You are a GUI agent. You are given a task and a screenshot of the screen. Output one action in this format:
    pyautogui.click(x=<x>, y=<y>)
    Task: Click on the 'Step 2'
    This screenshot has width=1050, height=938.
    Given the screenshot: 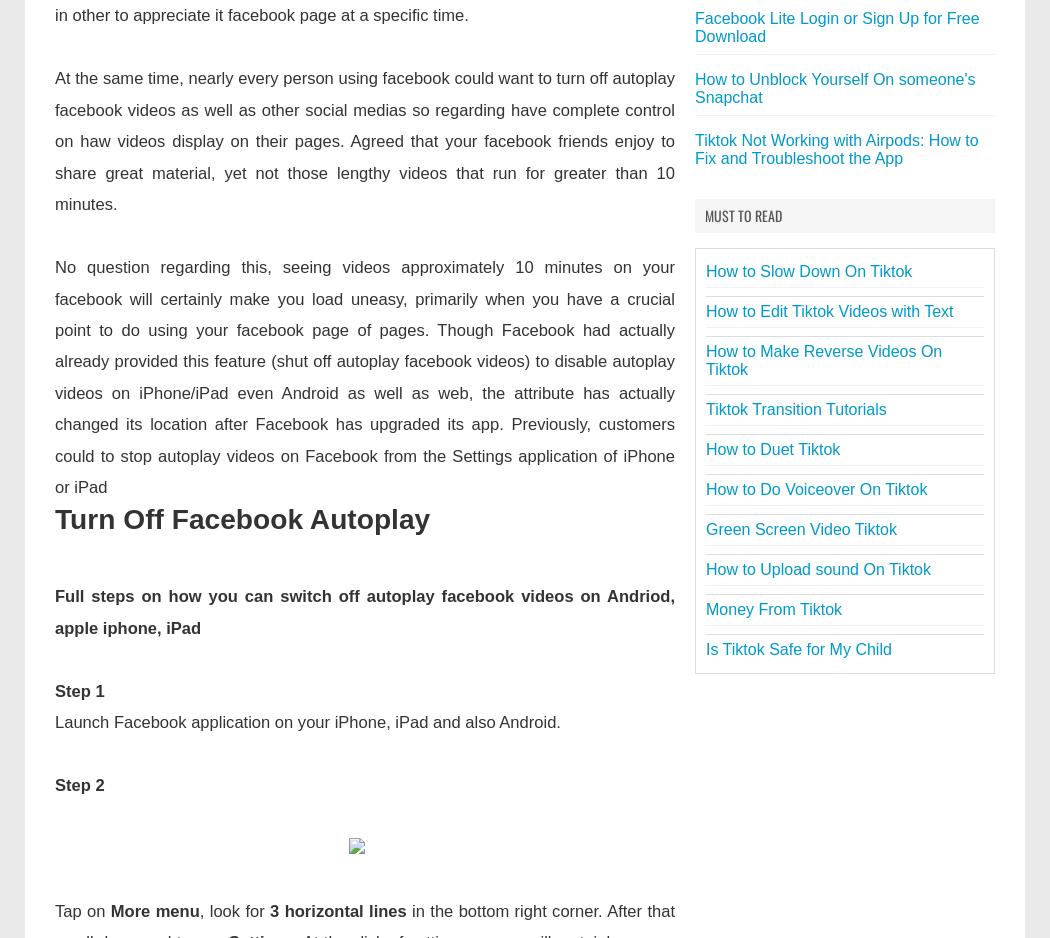 What is the action you would take?
    pyautogui.click(x=79, y=783)
    